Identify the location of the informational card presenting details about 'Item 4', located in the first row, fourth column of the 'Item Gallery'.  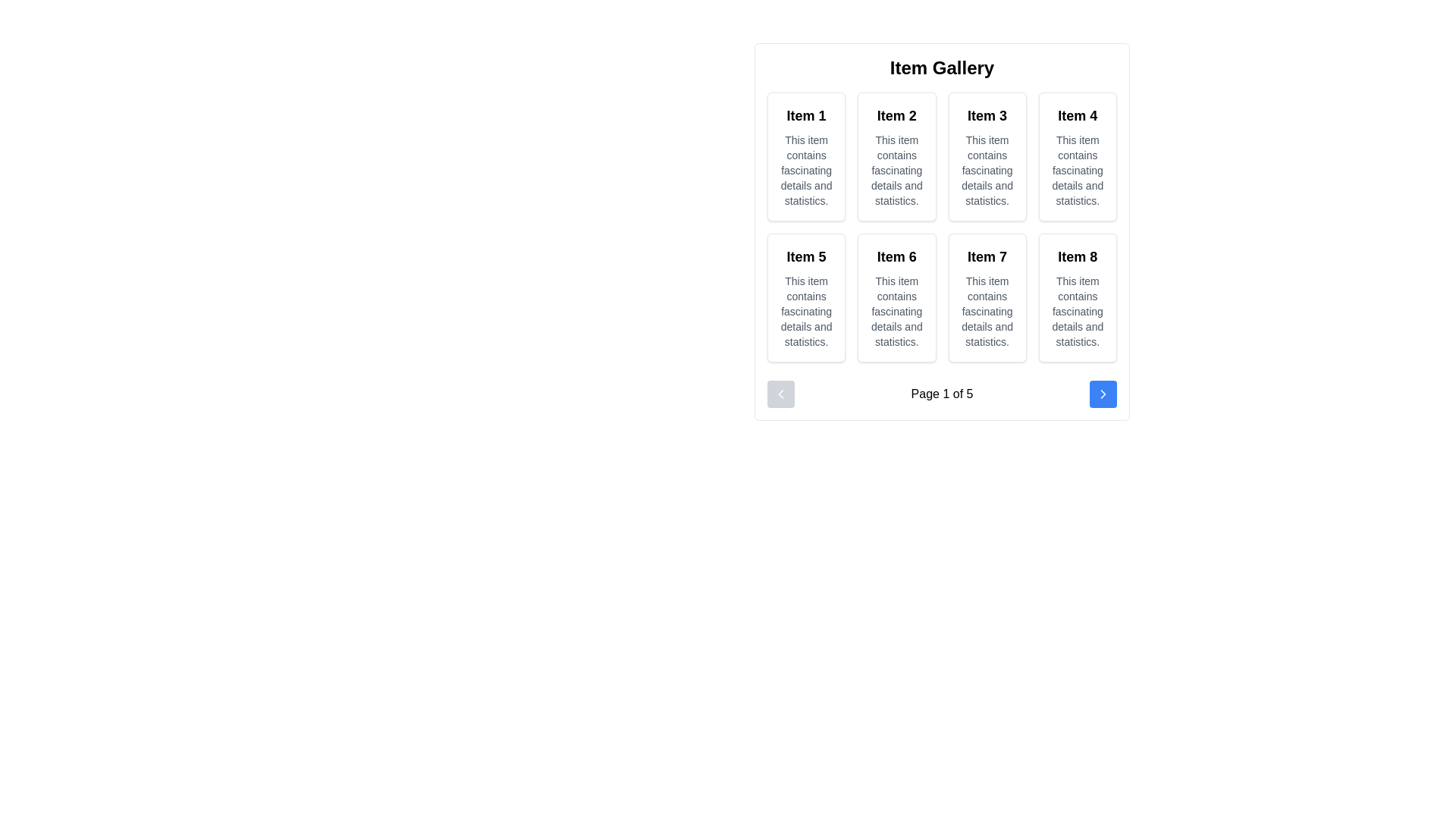
(1077, 157).